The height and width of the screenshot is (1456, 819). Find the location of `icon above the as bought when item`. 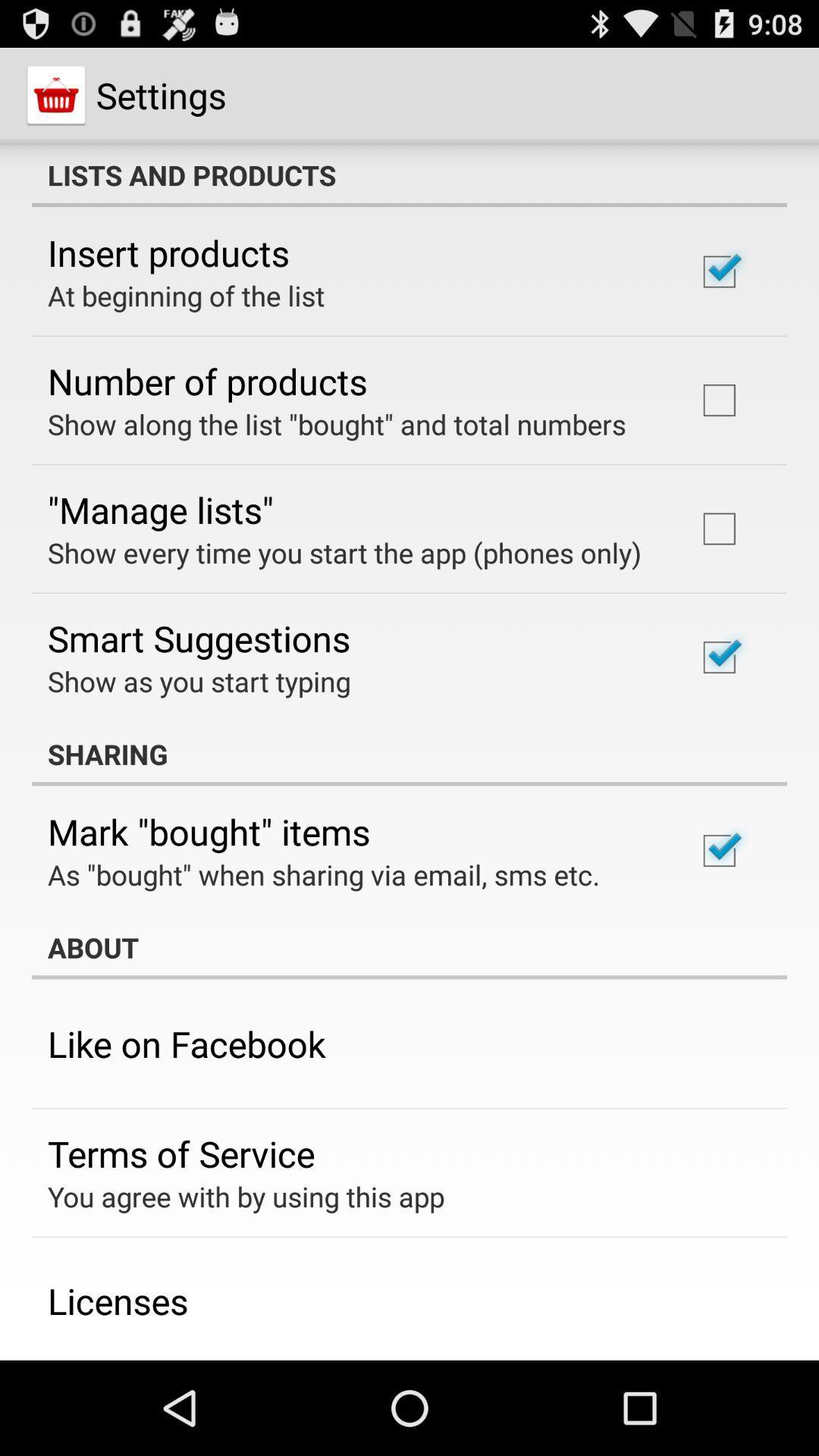

icon above the as bought when item is located at coordinates (209, 830).